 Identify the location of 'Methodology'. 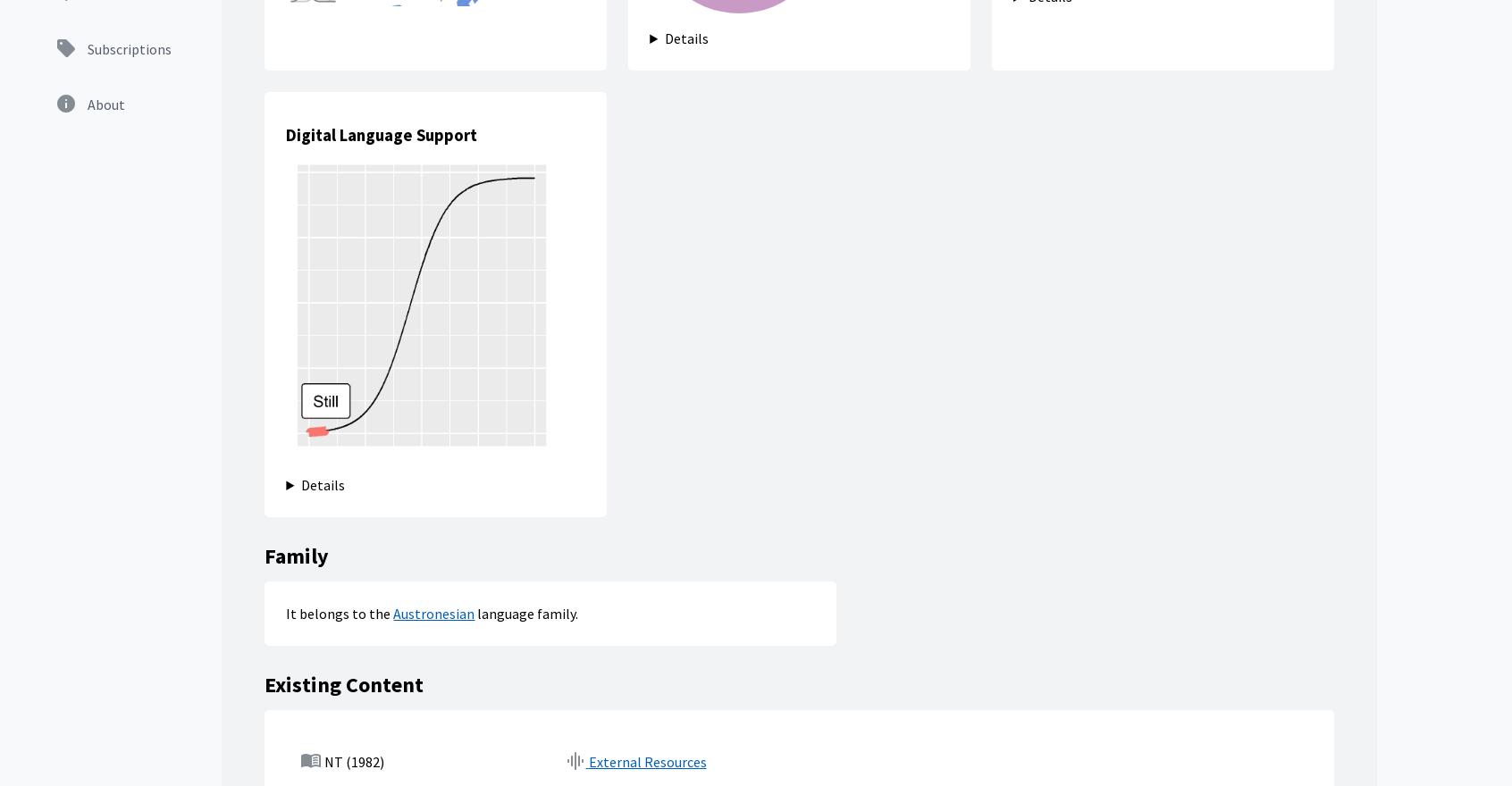
(816, 558).